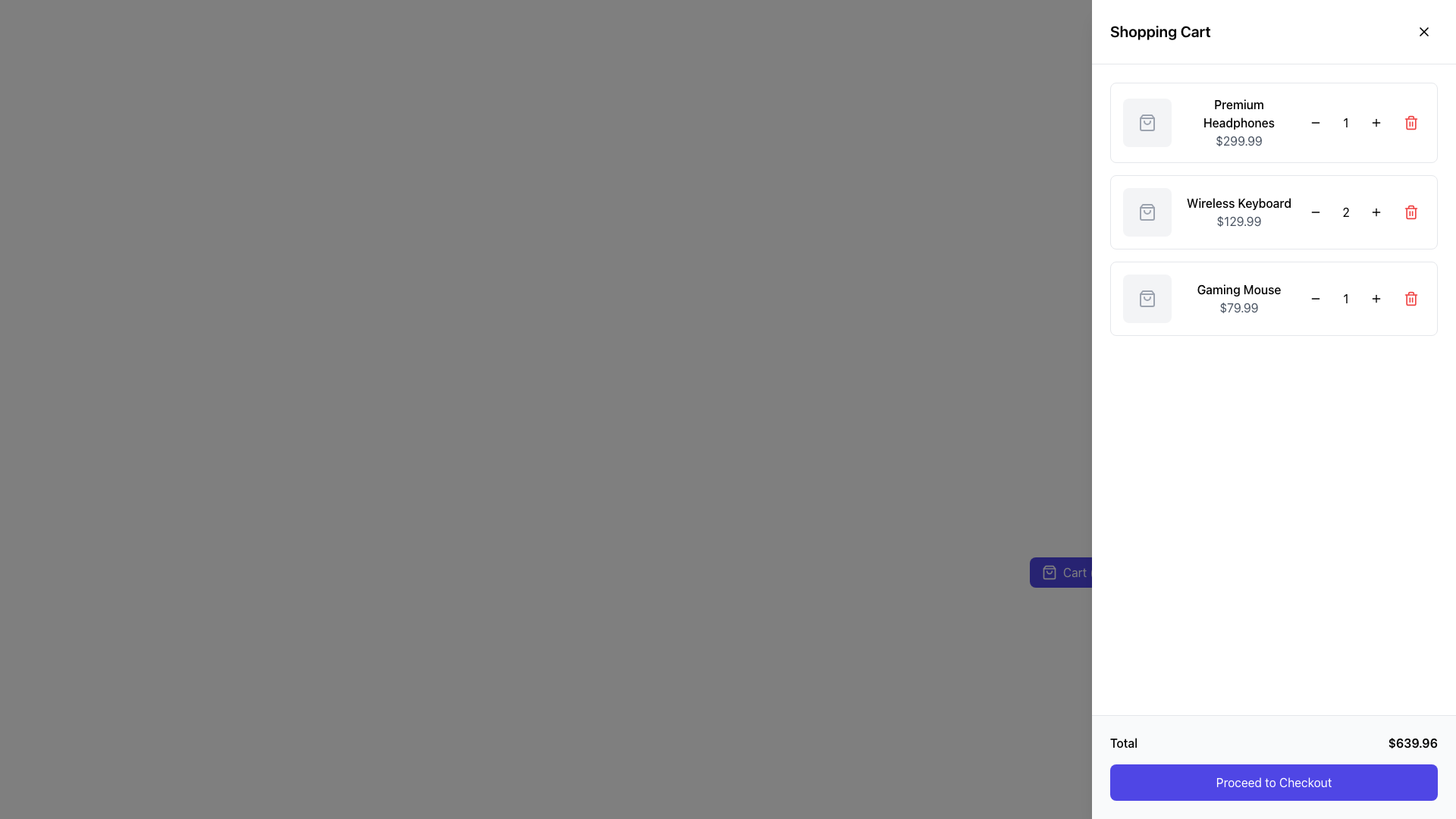 The height and width of the screenshot is (819, 1456). What do you see at coordinates (1410, 212) in the screenshot?
I see `the trash icon button located on the far right of the row displaying the 'Wireless Keyboard' item in the shopping cart` at bounding box center [1410, 212].